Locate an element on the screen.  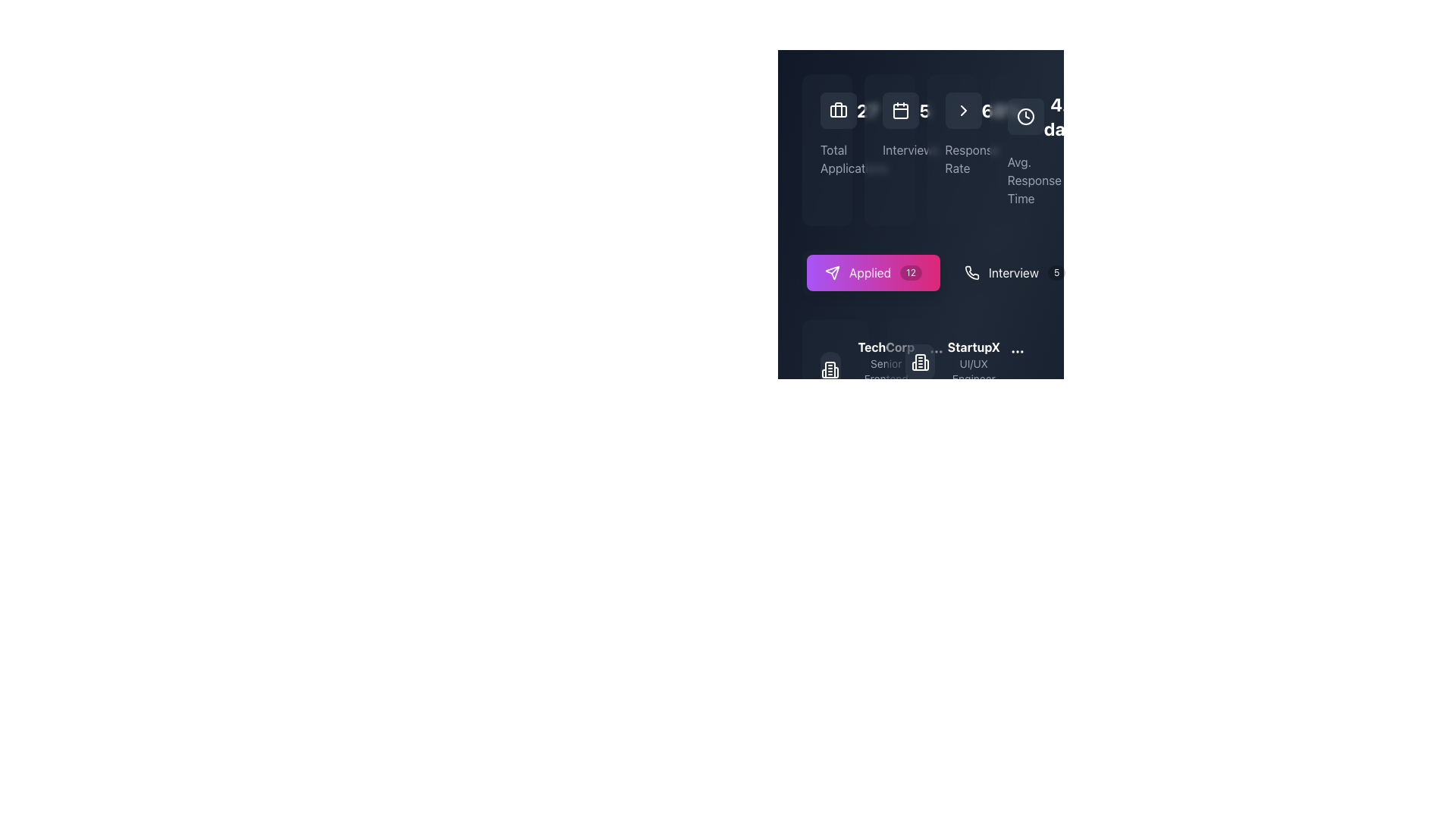
the calendar icon located in the row of icons at the top of the interface, which is the third icon from the left is located at coordinates (901, 110).